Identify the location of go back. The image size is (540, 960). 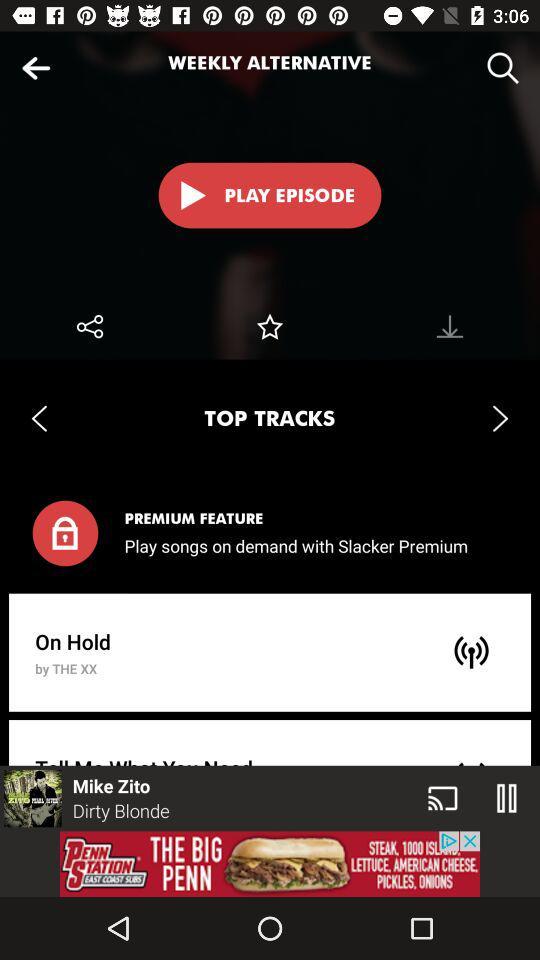
(36, 68).